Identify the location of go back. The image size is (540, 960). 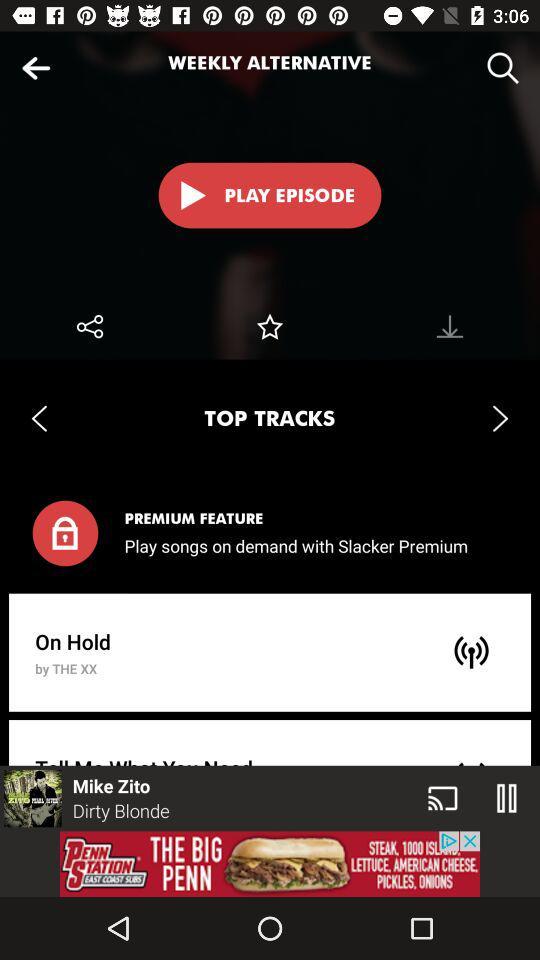
(36, 68).